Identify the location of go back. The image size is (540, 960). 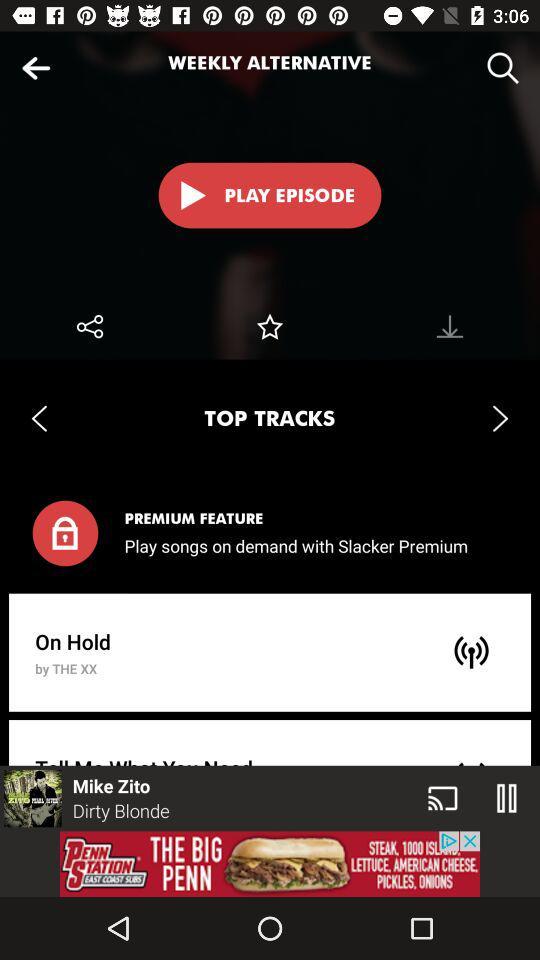
(36, 68).